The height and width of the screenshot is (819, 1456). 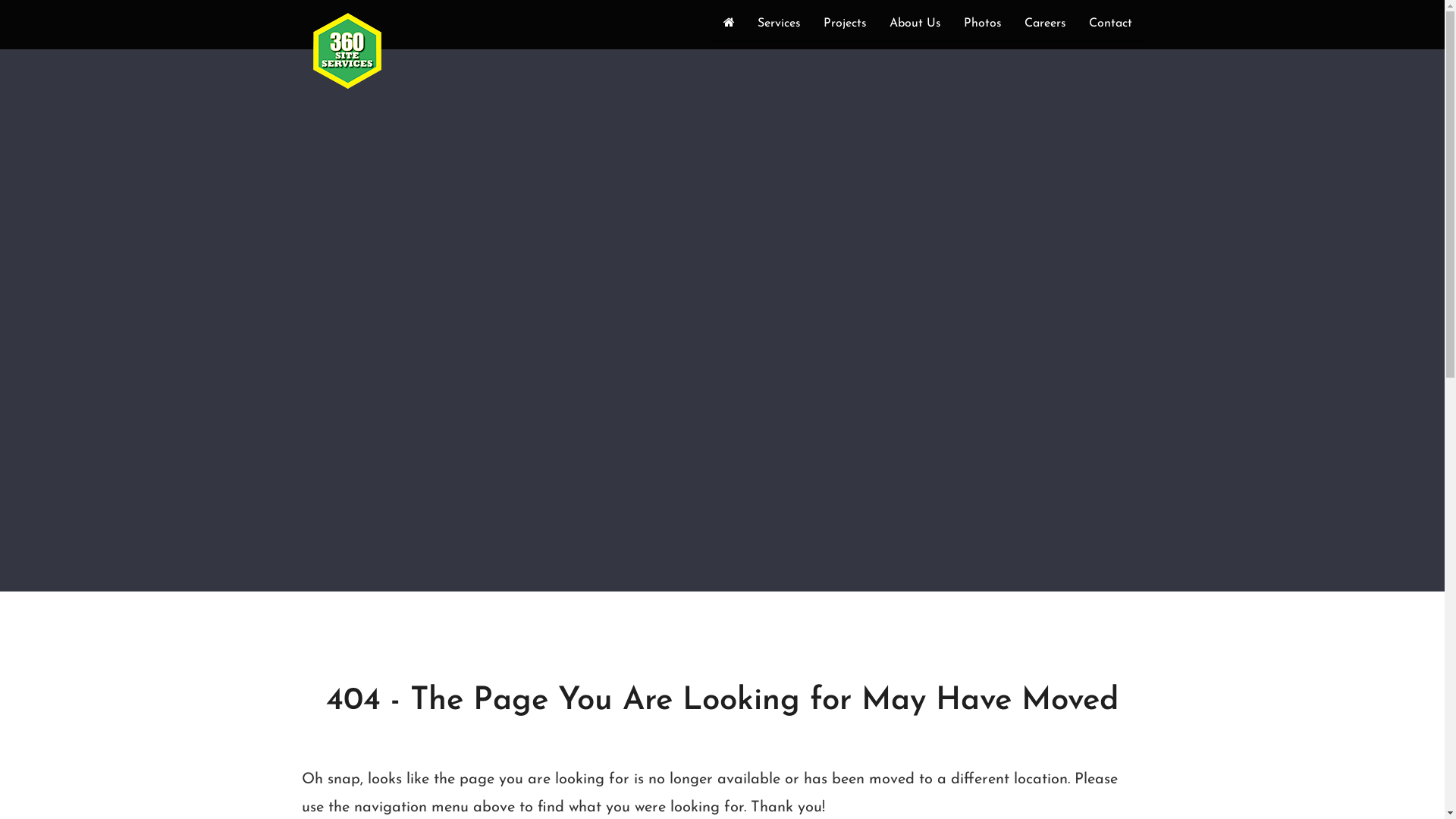 I want to click on 'Projects', so click(x=843, y=25).